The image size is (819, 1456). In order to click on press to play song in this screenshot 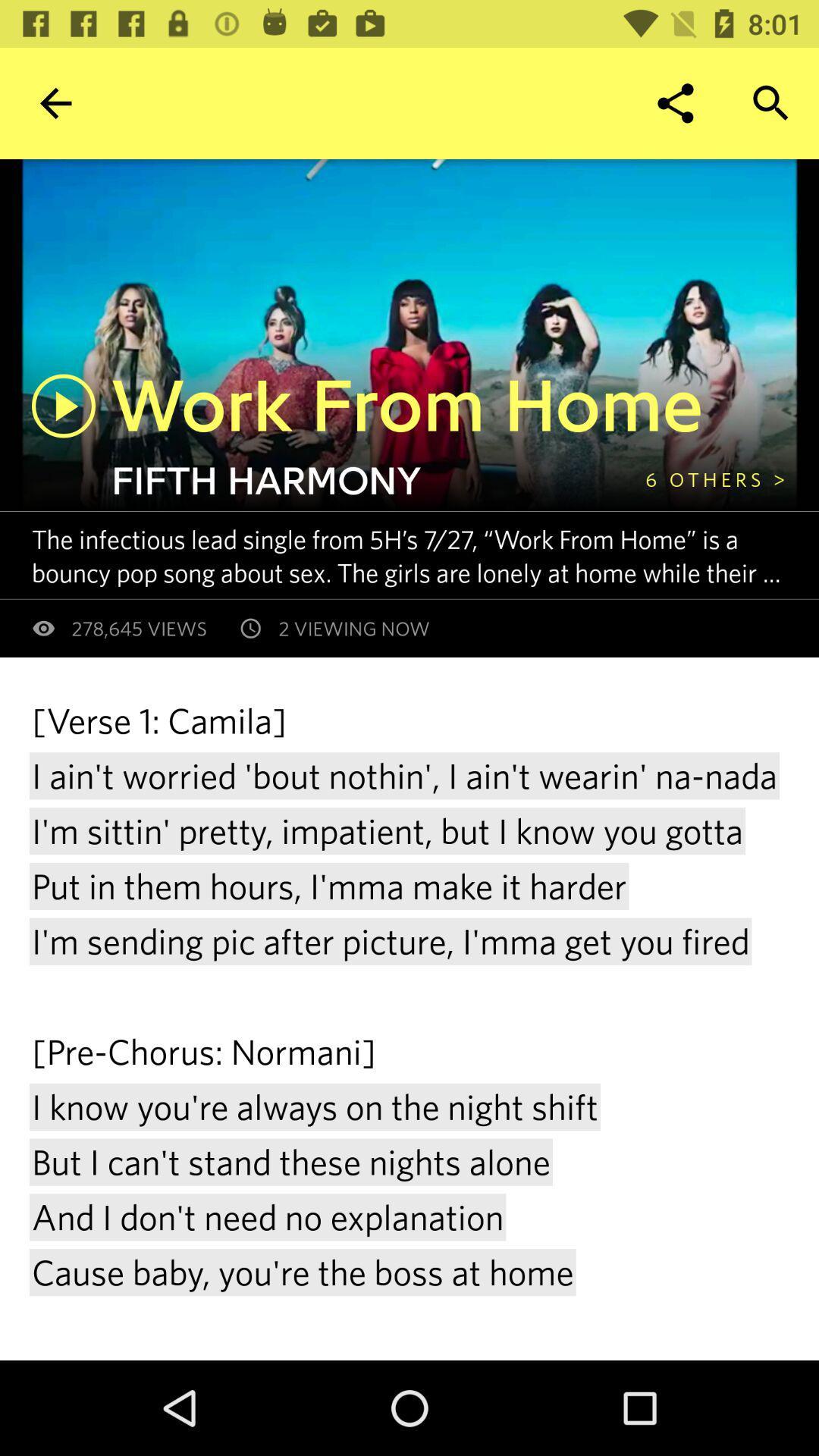, I will do `click(63, 406)`.